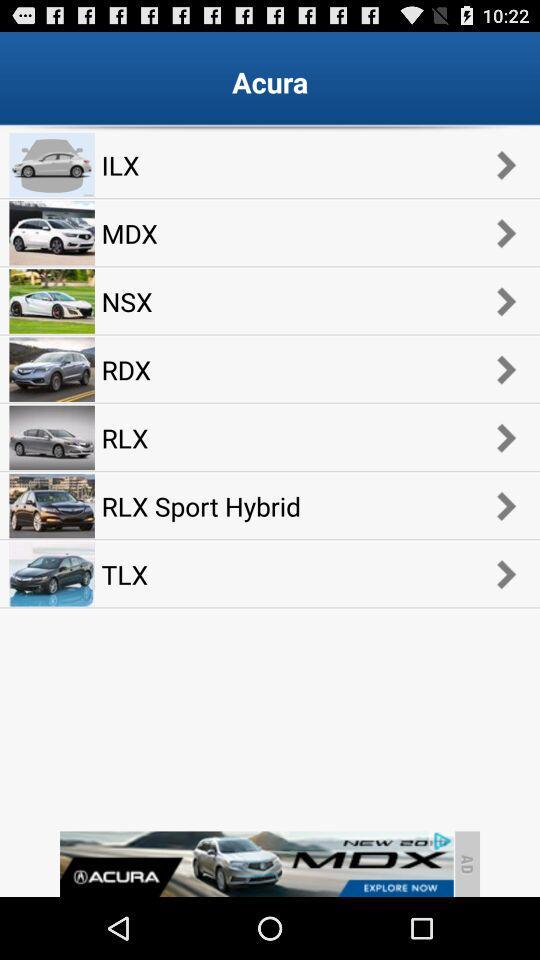 The width and height of the screenshot is (540, 960). What do you see at coordinates (256, 863) in the screenshot?
I see `clickable advertisement` at bounding box center [256, 863].